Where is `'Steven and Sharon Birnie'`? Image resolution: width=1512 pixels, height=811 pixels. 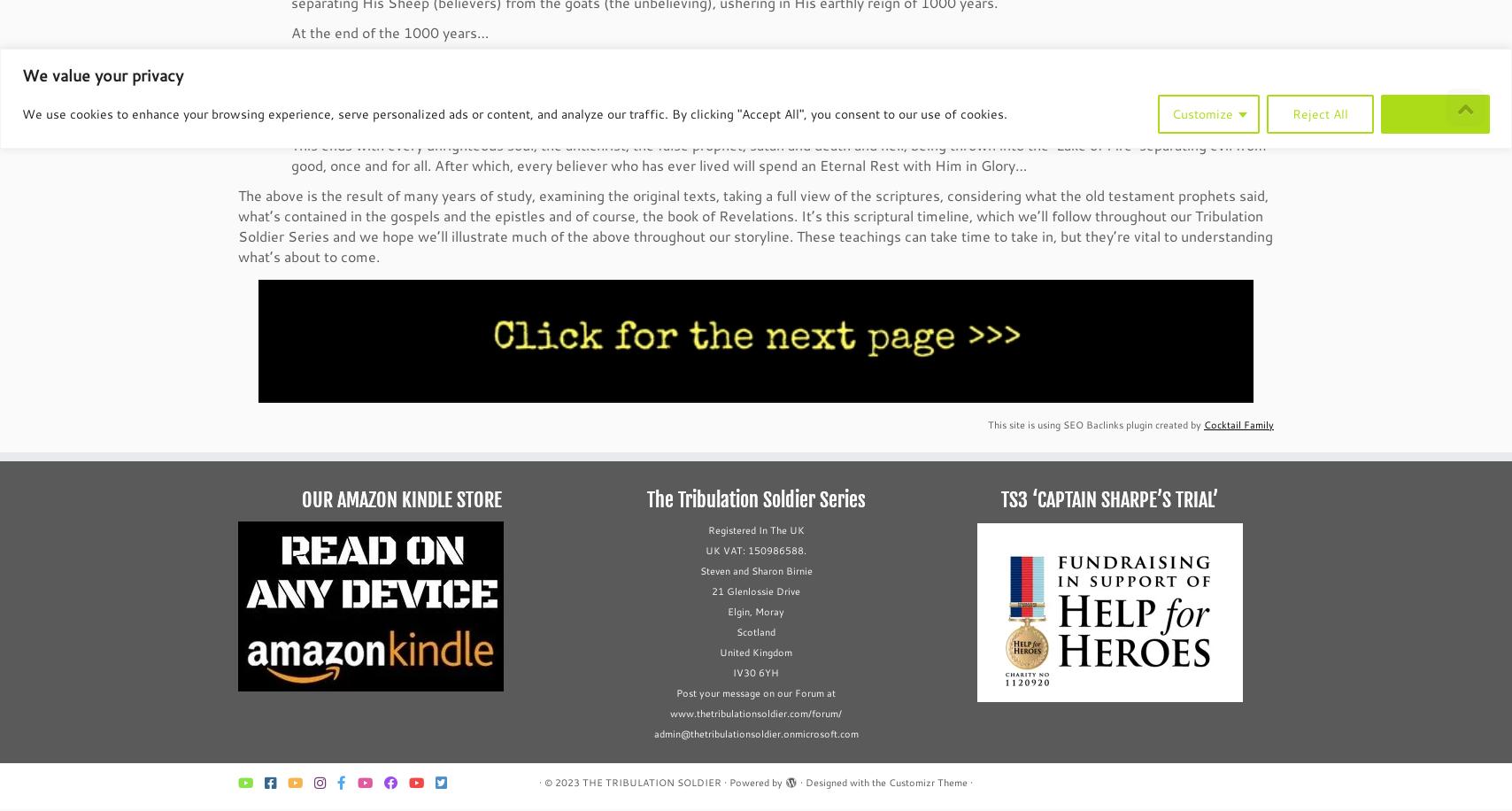
'Steven and Sharon Birnie' is located at coordinates (755, 571).